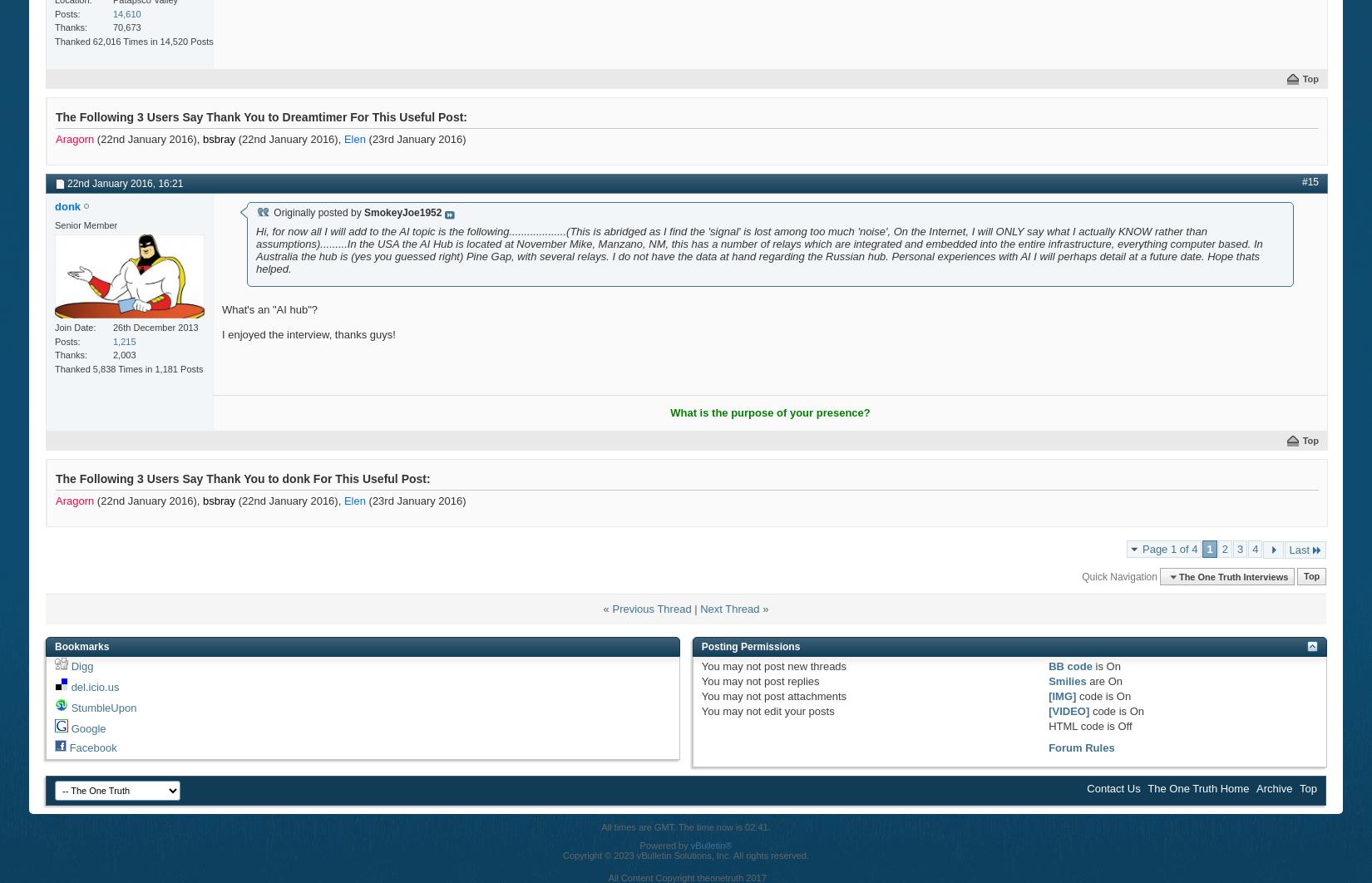 The height and width of the screenshot is (883, 1372). What do you see at coordinates (711, 844) in the screenshot?
I see `'vBulletin®'` at bounding box center [711, 844].